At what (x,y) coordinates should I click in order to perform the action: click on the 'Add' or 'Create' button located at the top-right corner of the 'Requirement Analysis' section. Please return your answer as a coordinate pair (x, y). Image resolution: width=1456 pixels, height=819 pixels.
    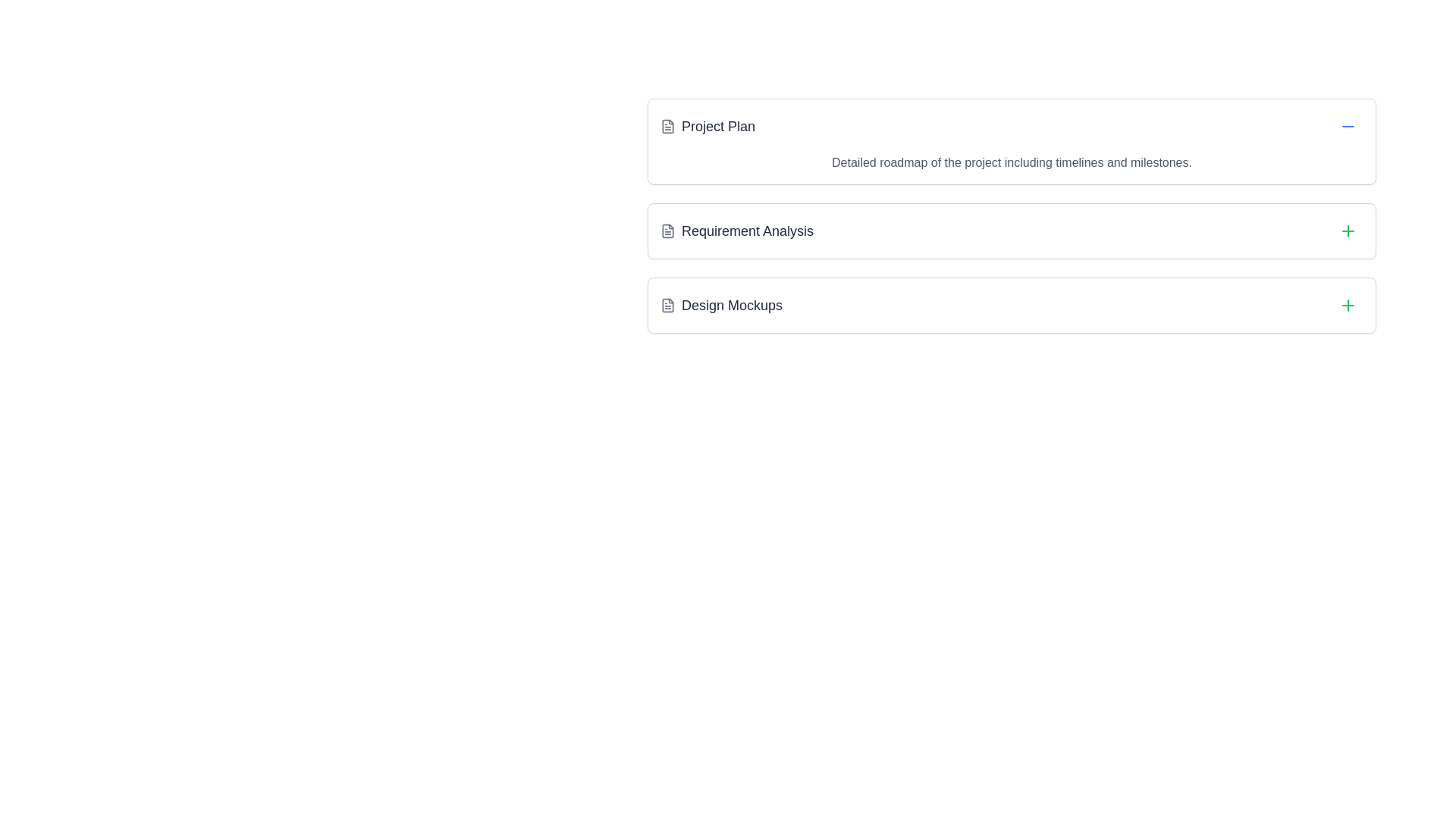
    Looking at the image, I should click on (1348, 231).